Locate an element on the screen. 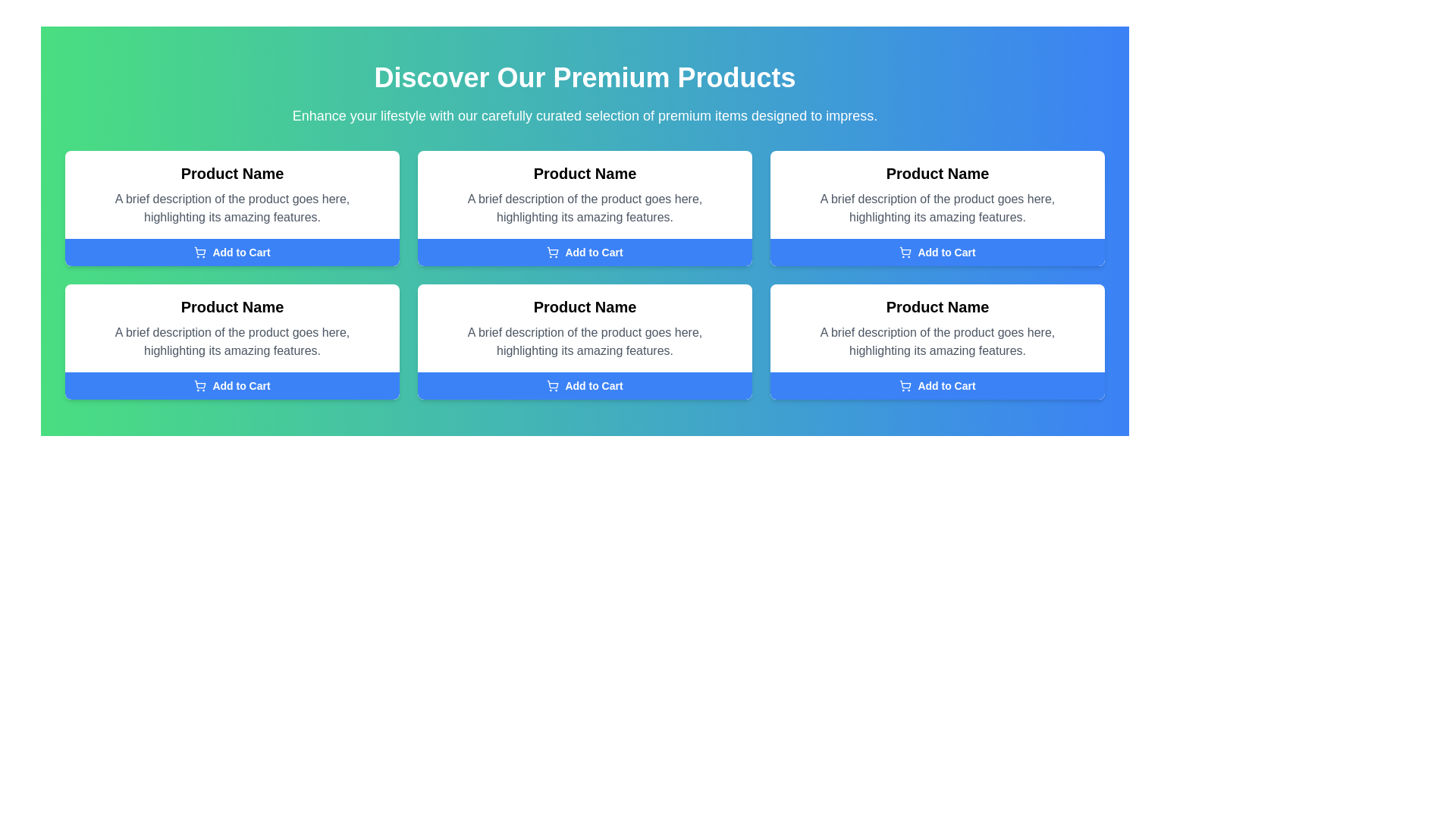 The width and height of the screenshot is (1456, 819). product feature summary text located in the second product card, directly below the title 'Product Name' and above the 'Add to Cart' button is located at coordinates (584, 208).